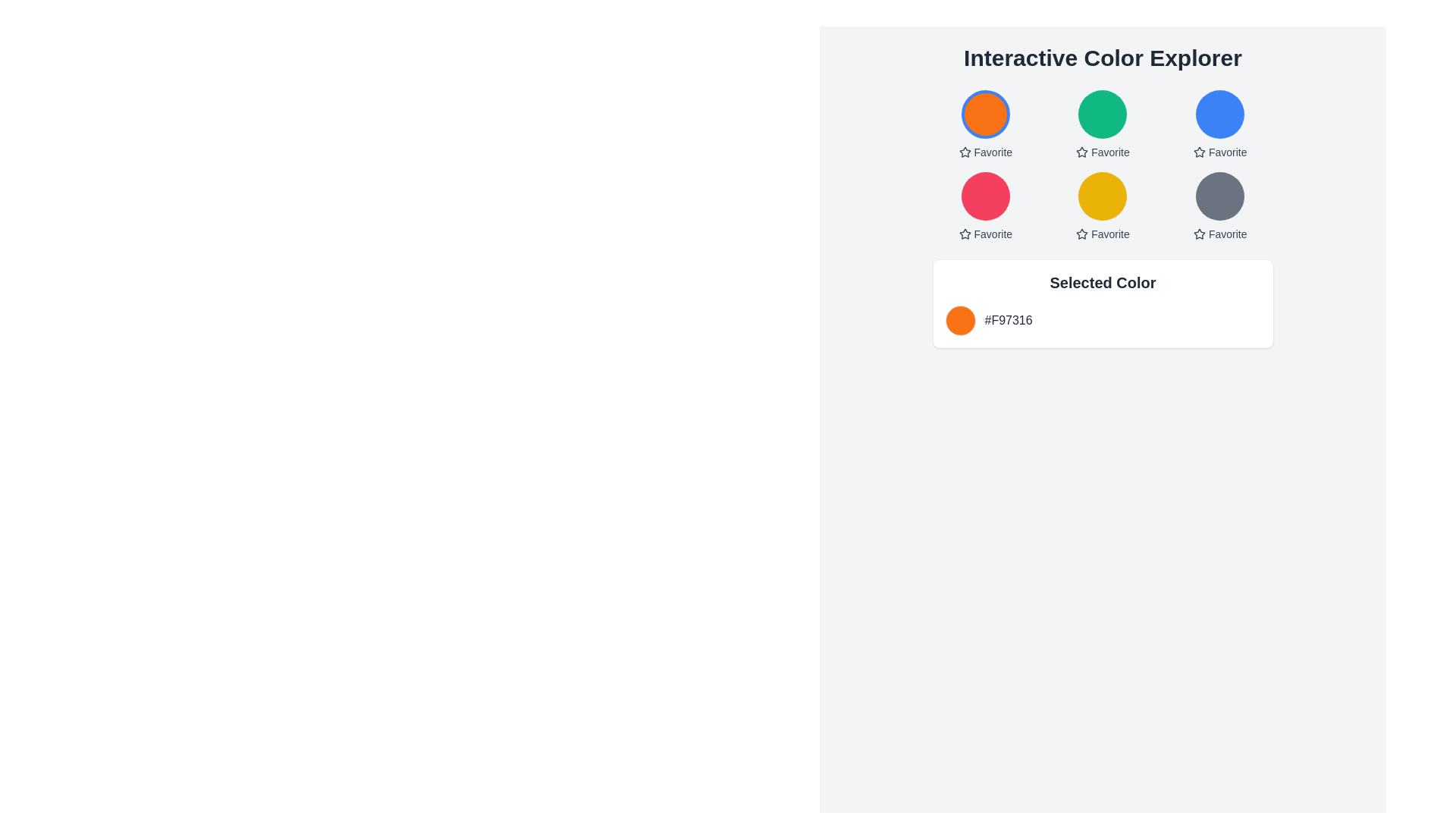 This screenshot has height=819, width=1456. Describe the element at coordinates (1081, 152) in the screenshot. I see `the Star icon located beneath the green circular color indicator, which indicates a 'Favorite' or 'Rating' for the associated color` at that location.